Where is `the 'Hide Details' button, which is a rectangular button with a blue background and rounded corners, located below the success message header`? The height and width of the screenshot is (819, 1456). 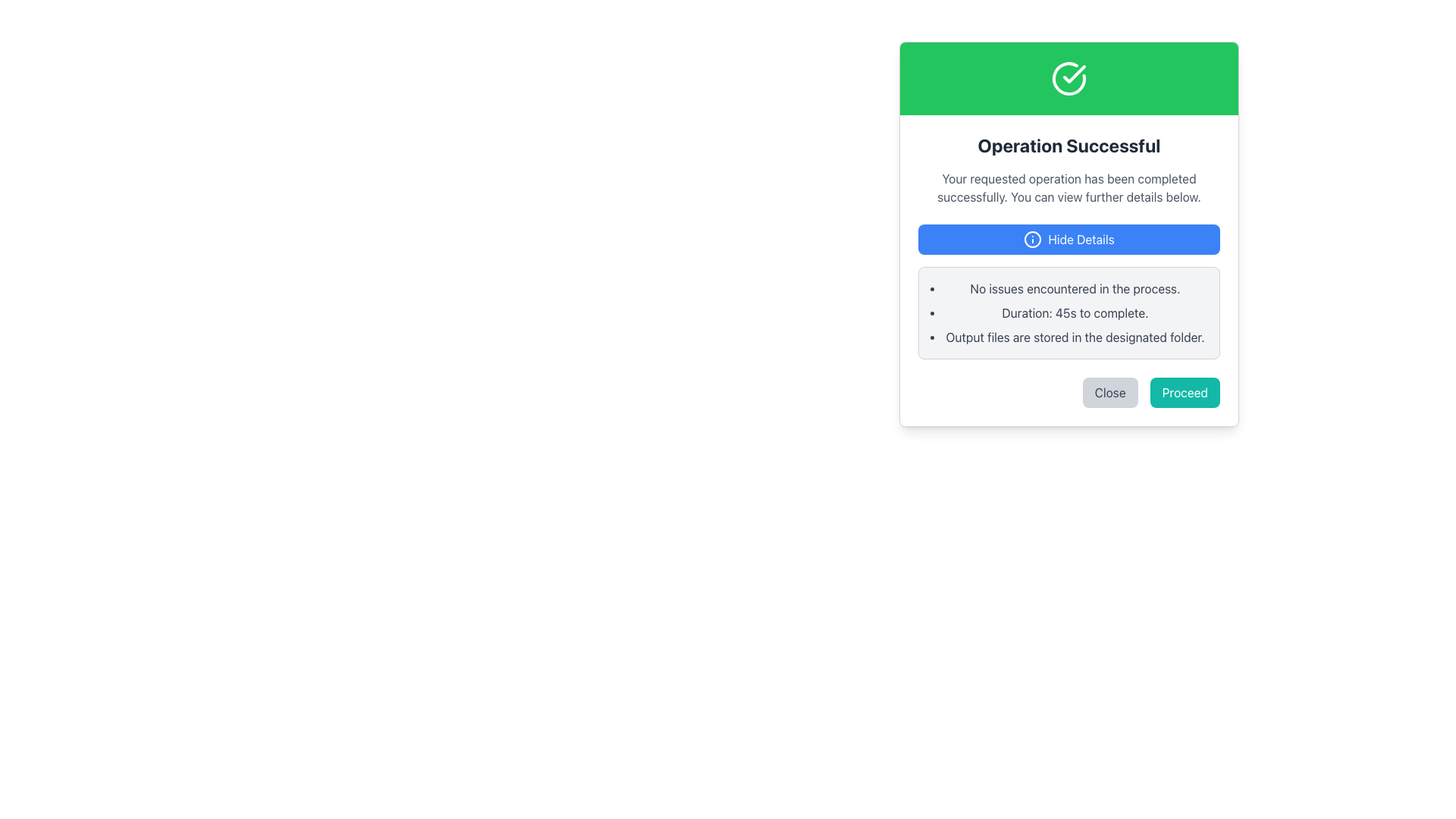 the 'Hide Details' button, which is a rectangular button with a blue background and rounded corners, located below the success message header is located at coordinates (1068, 234).